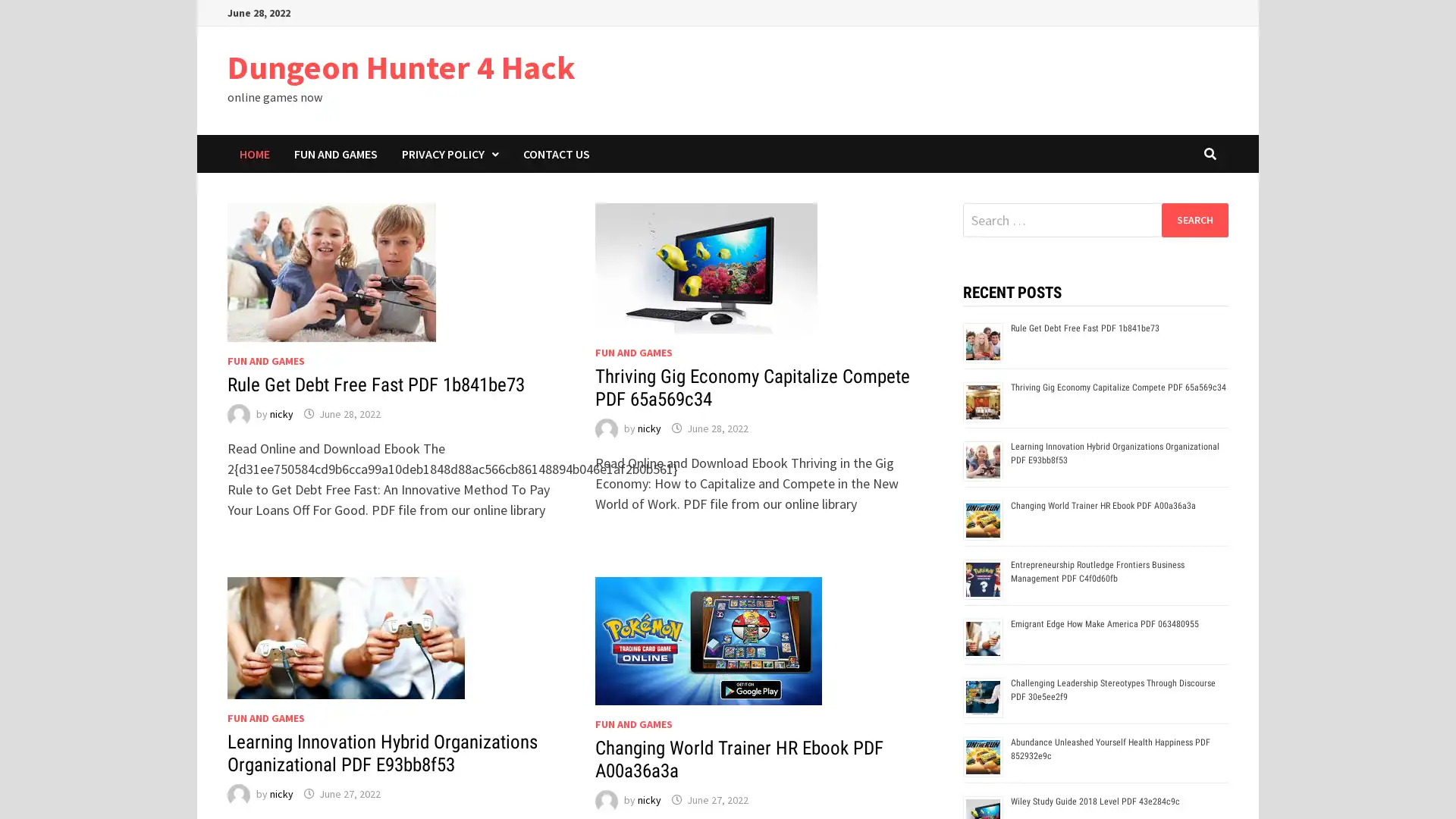  What do you see at coordinates (1194, 219) in the screenshot?
I see `Search` at bounding box center [1194, 219].